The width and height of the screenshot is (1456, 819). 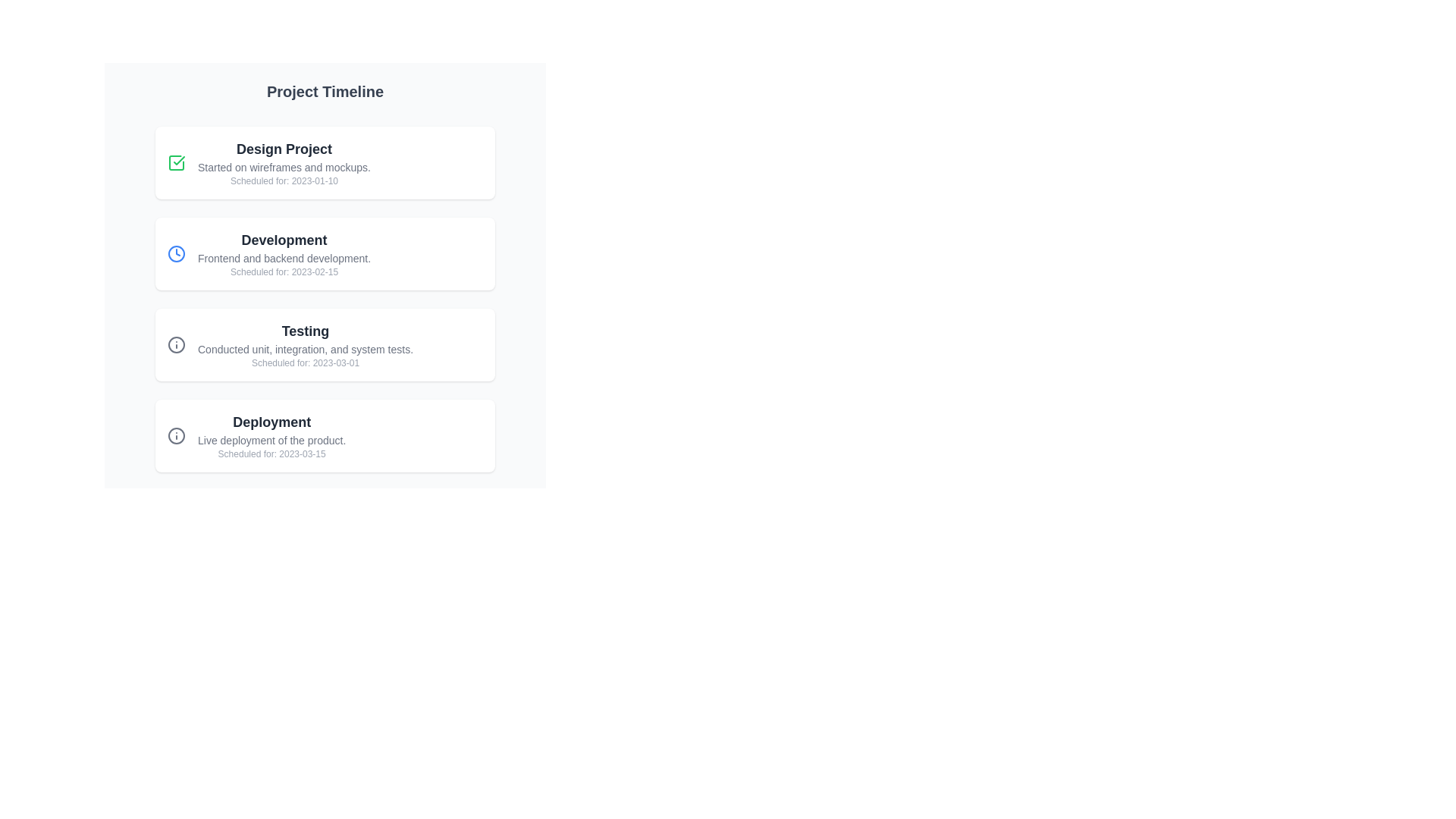 I want to click on the informative text located in the third item of the list under the header 'Project Timeline', specifically positioned below 'Testing' and above 'Scheduled for: 2023-03-01', so click(x=305, y=350).